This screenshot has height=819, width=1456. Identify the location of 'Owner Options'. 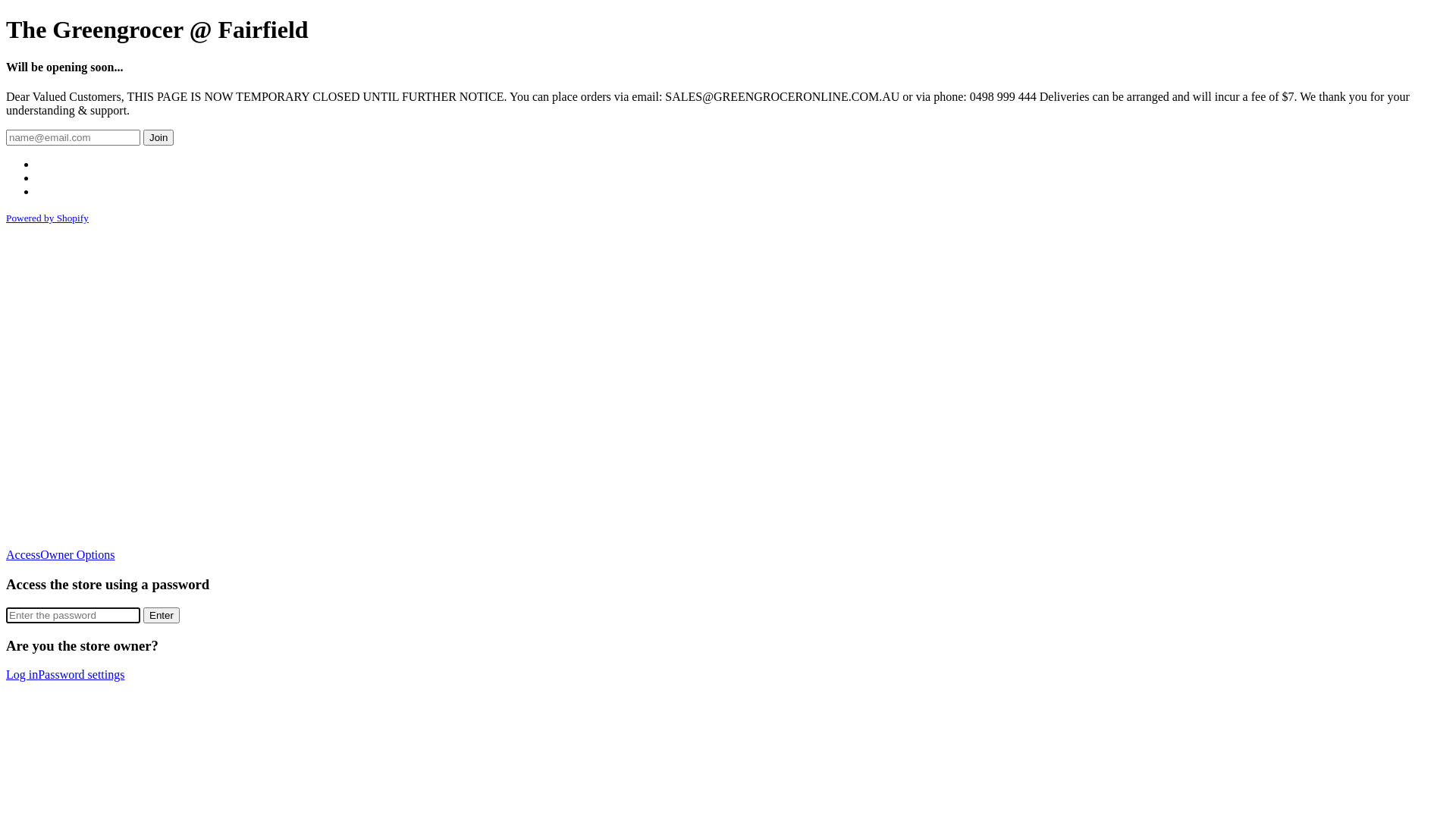
(39, 554).